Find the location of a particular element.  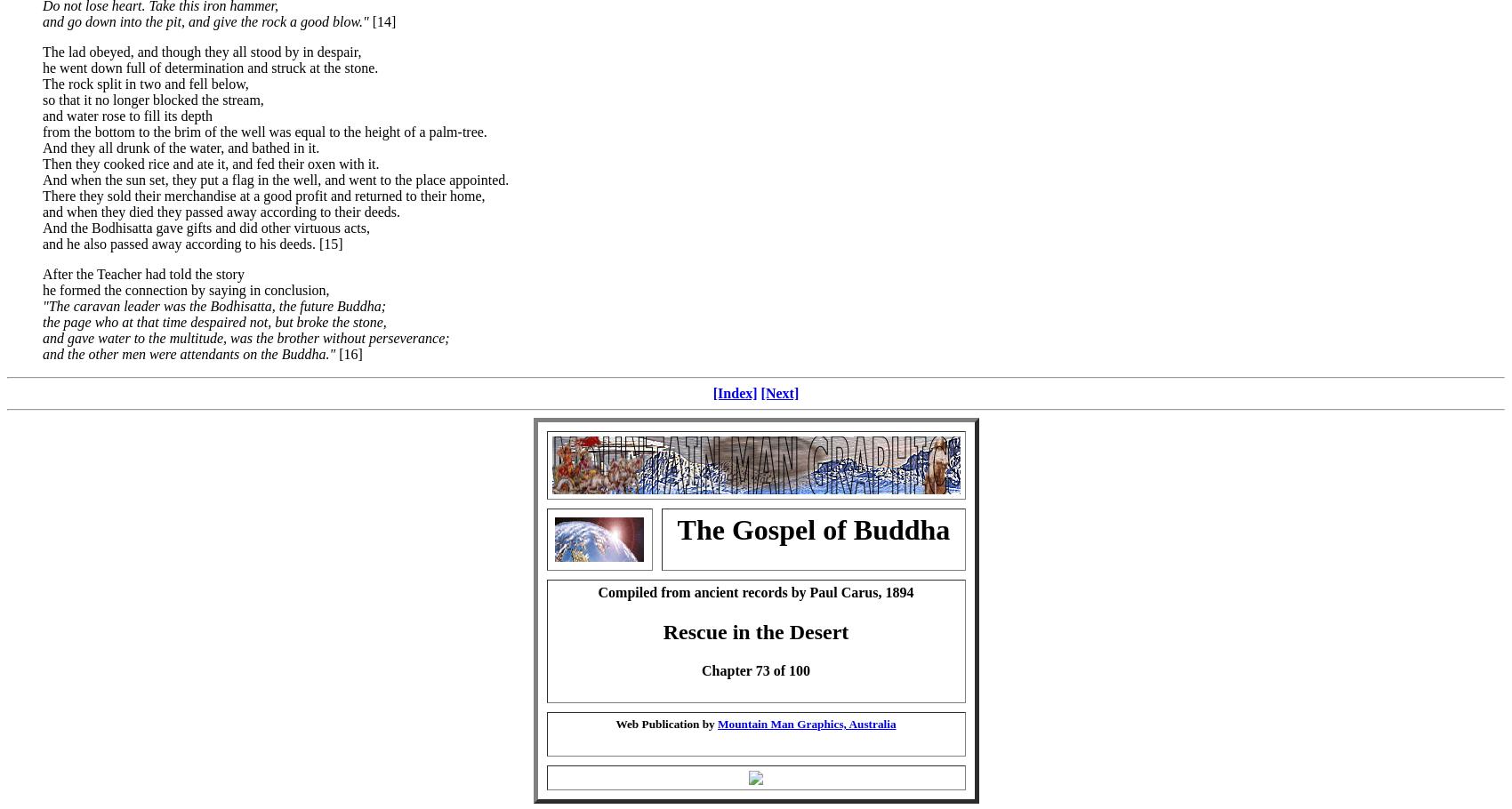

'And when the sun set, they put a flag in the well, and went to the place appointed.' is located at coordinates (276, 178).